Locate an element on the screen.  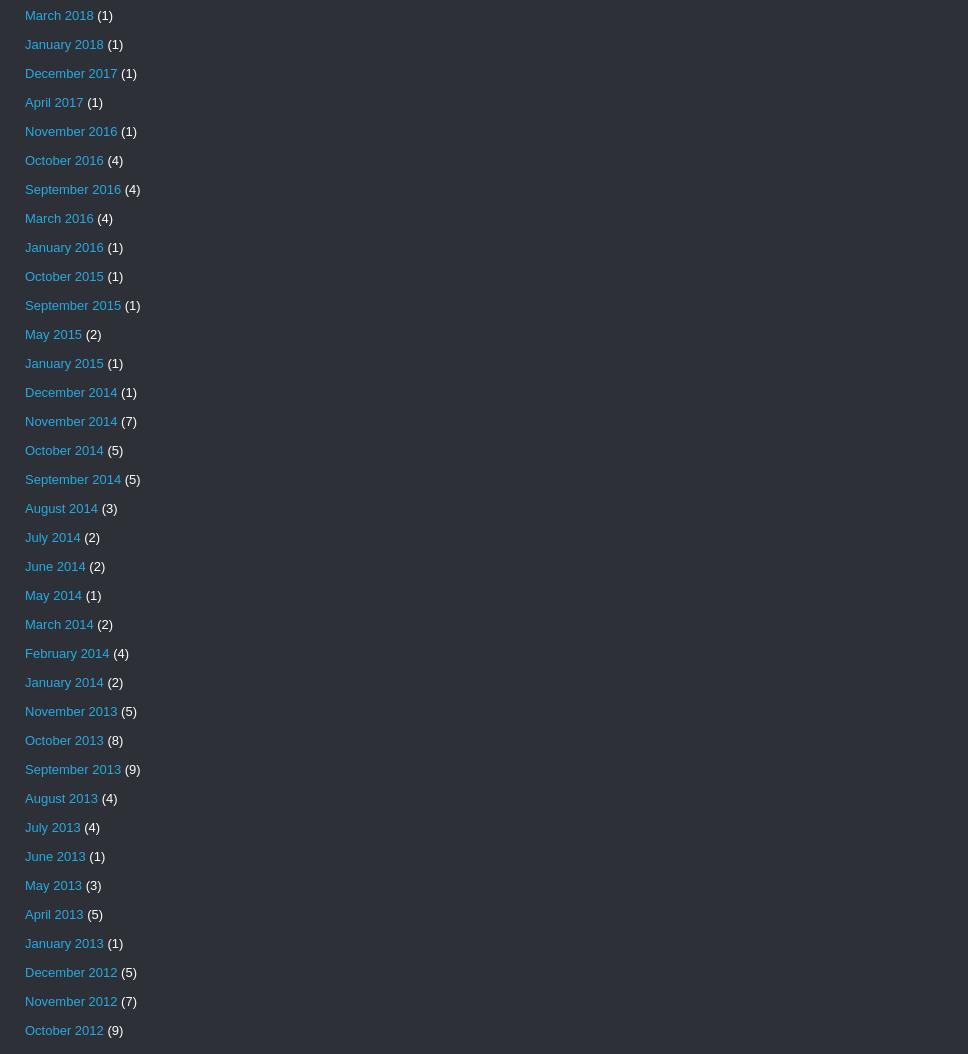
'March 2014' is located at coordinates (58, 623).